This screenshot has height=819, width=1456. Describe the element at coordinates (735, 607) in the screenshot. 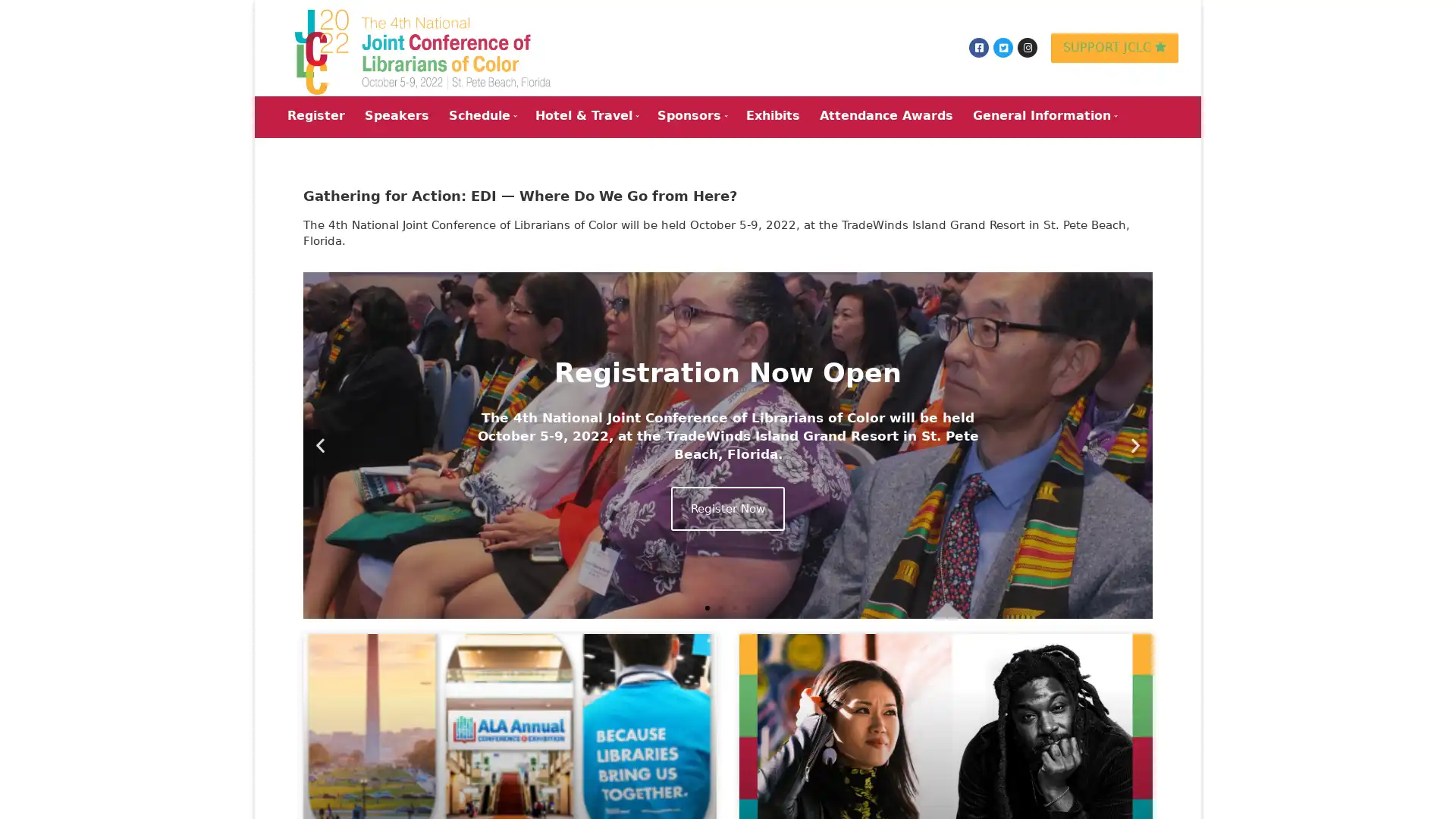

I see `Go to slide 3` at that location.